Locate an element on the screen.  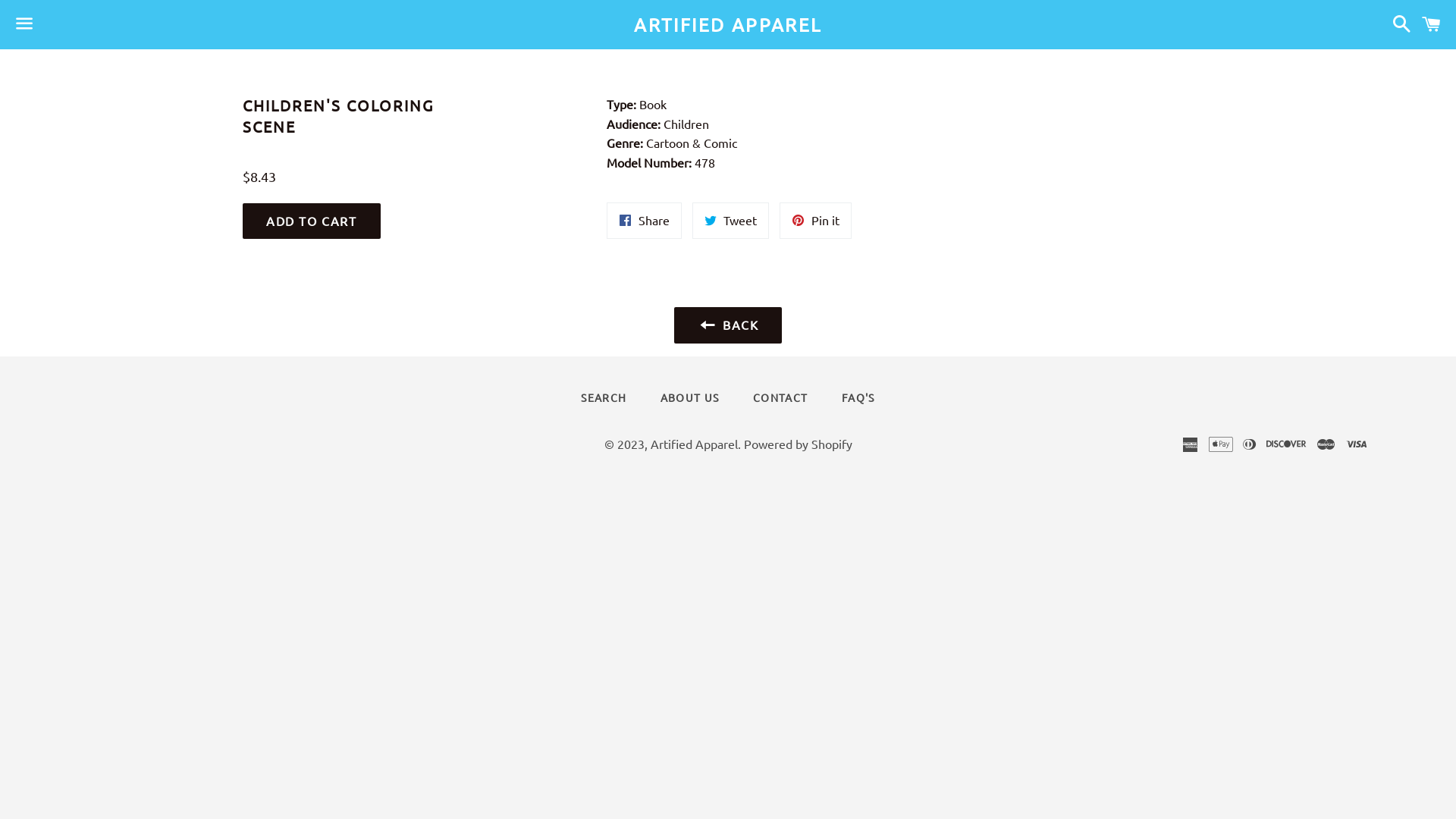
'Pin it is located at coordinates (814, 220).